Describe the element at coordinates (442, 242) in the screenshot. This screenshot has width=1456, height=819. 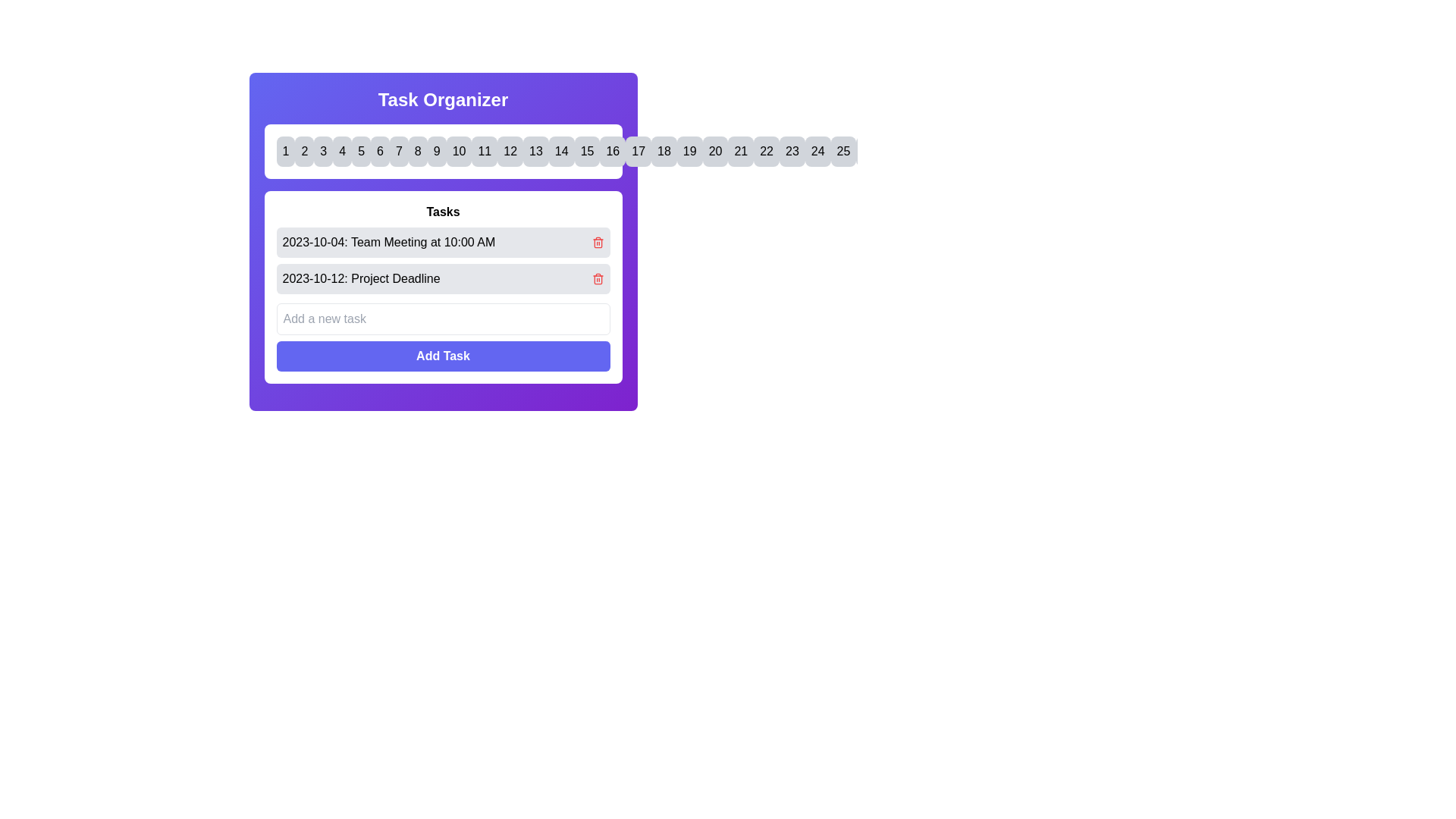
I see `the list item containing the text '2023-10-04: Team Meeting at 10:00 AM'` at that location.